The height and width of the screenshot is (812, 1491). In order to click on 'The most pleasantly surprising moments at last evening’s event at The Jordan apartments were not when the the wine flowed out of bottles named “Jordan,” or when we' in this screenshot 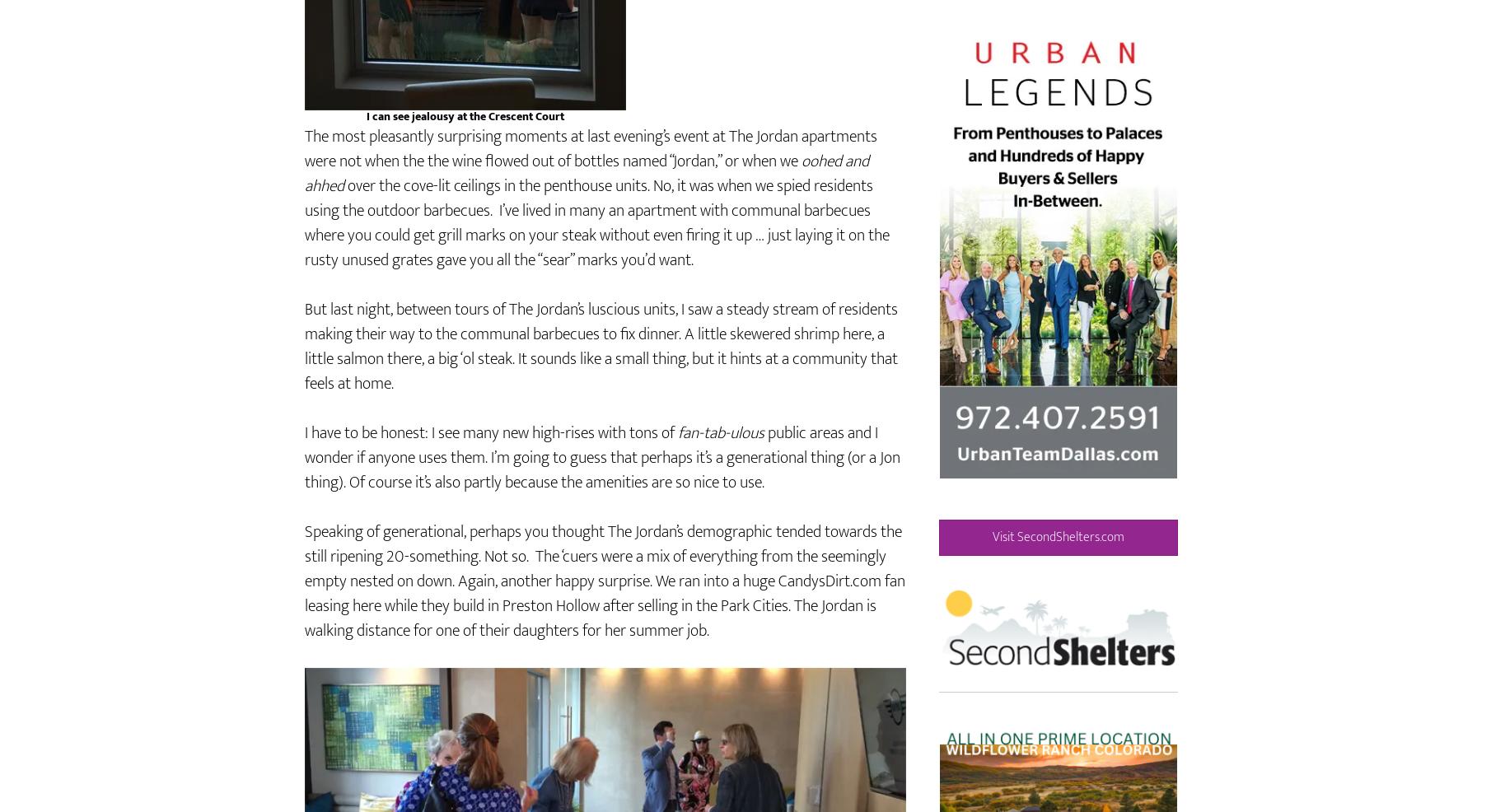, I will do `click(590, 196)`.